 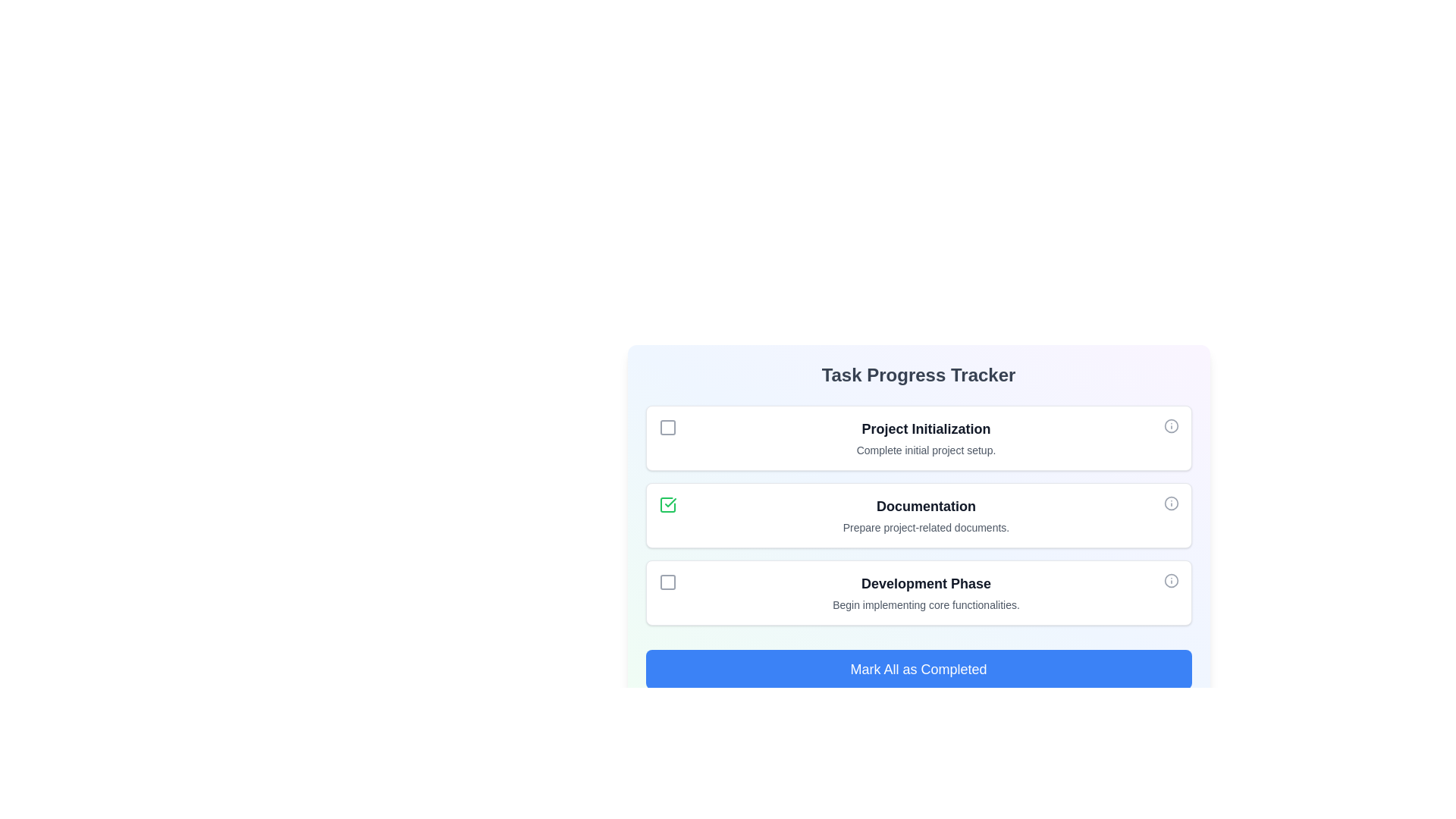 I want to click on the green square checkbox with a checkmark located to the left of the text 'Documentation', so click(x=667, y=505).